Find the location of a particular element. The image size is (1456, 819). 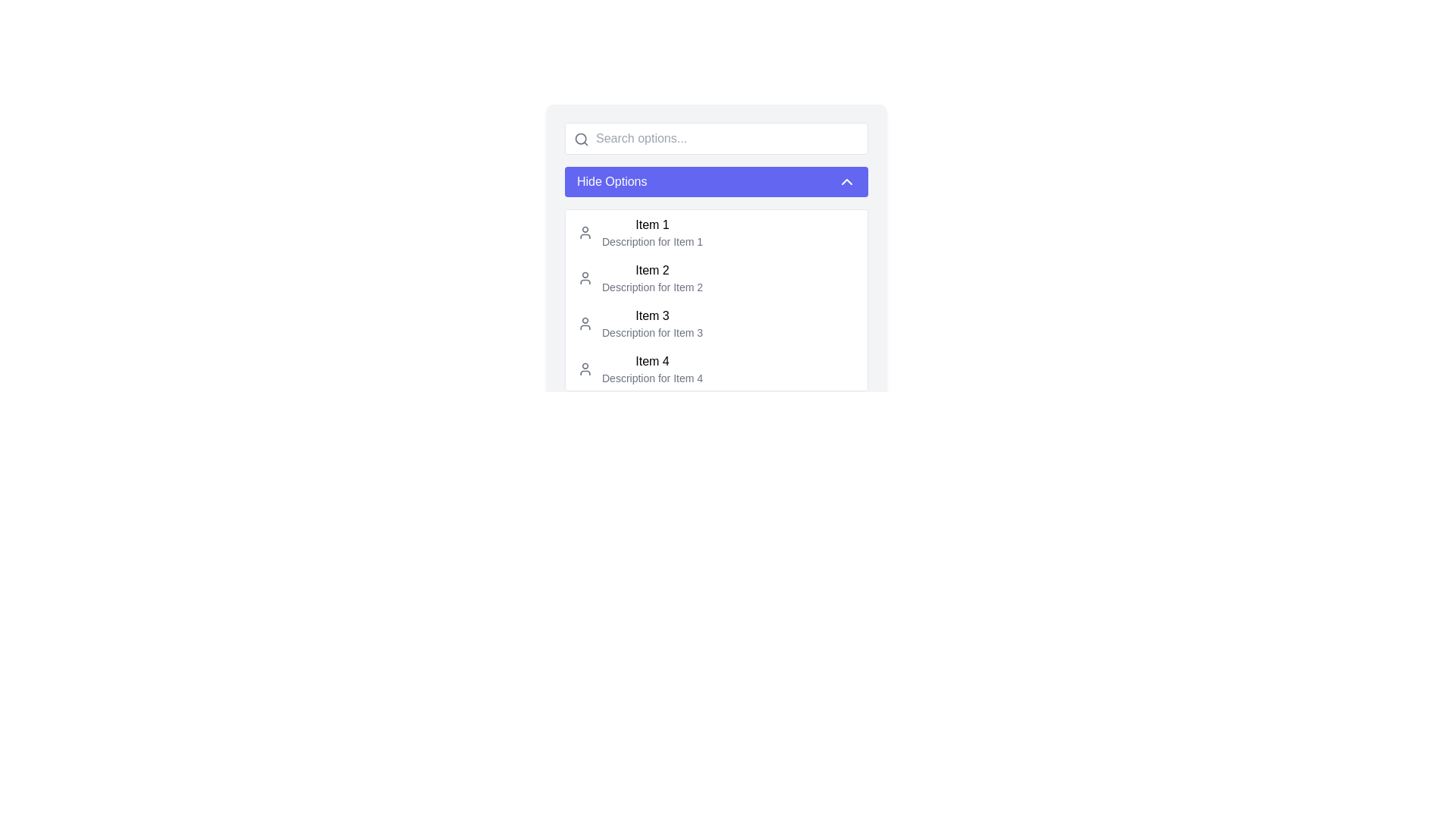

the fourth list item, which provides a title and description for user selection, located below the search bar and 'Hide Options' toggle is located at coordinates (652, 369).